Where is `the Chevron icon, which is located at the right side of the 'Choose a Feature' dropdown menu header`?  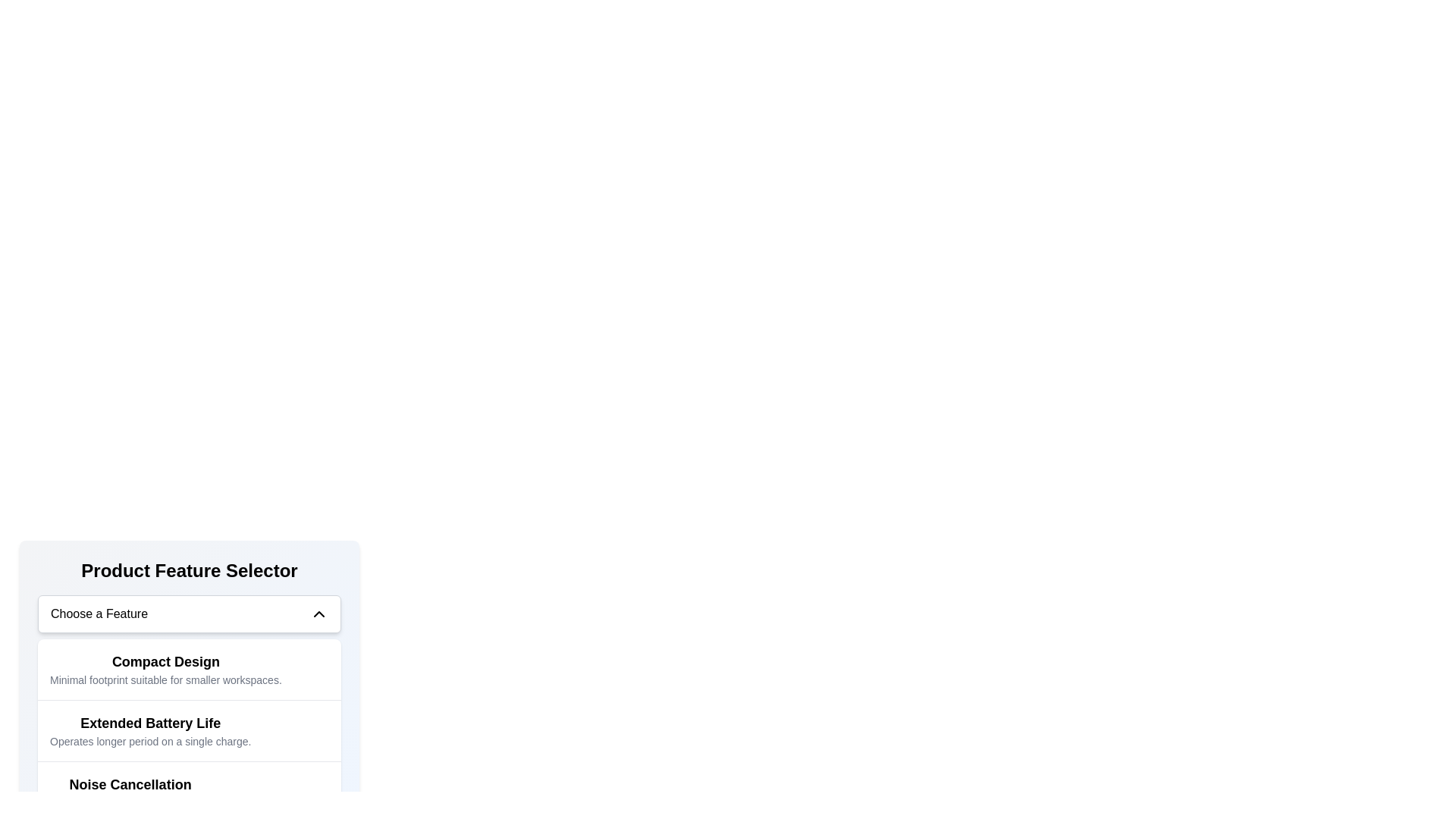 the Chevron icon, which is located at the right side of the 'Choose a Feature' dropdown menu header is located at coordinates (318, 614).